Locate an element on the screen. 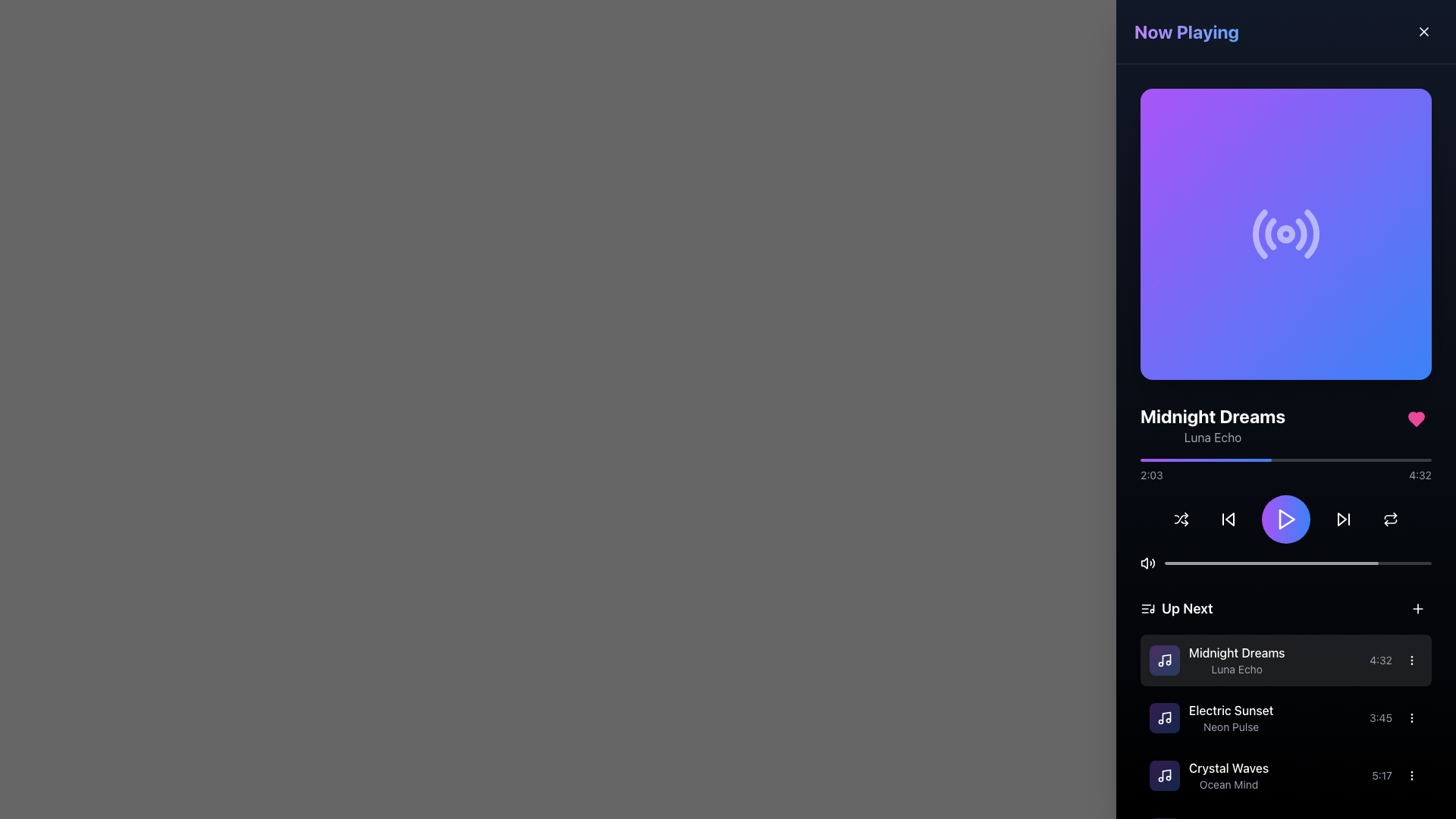 The image size is (1456, 819). the playback position is located at coordinates (1147, 459).